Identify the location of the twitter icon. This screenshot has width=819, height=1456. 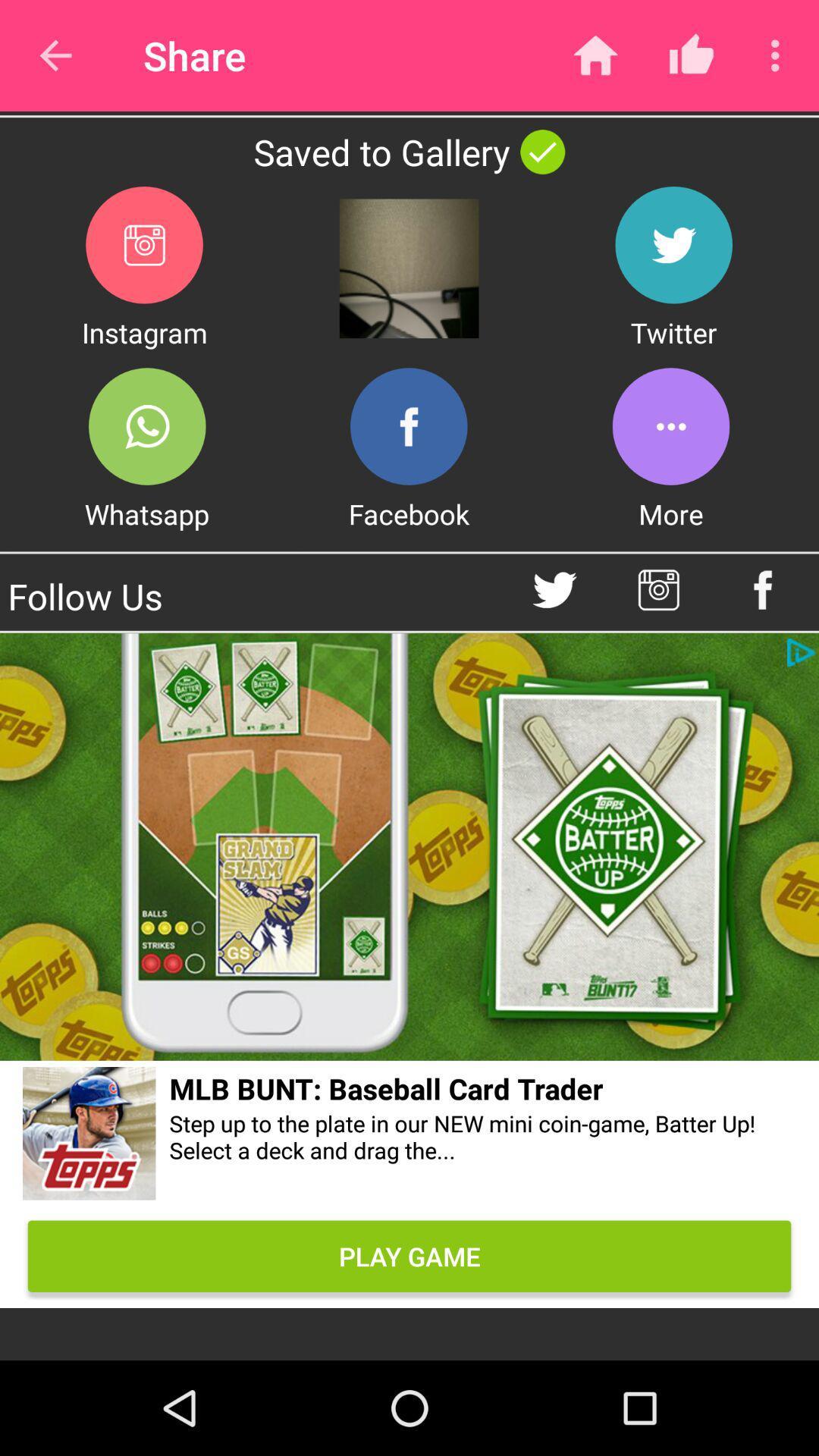
(673, 245).